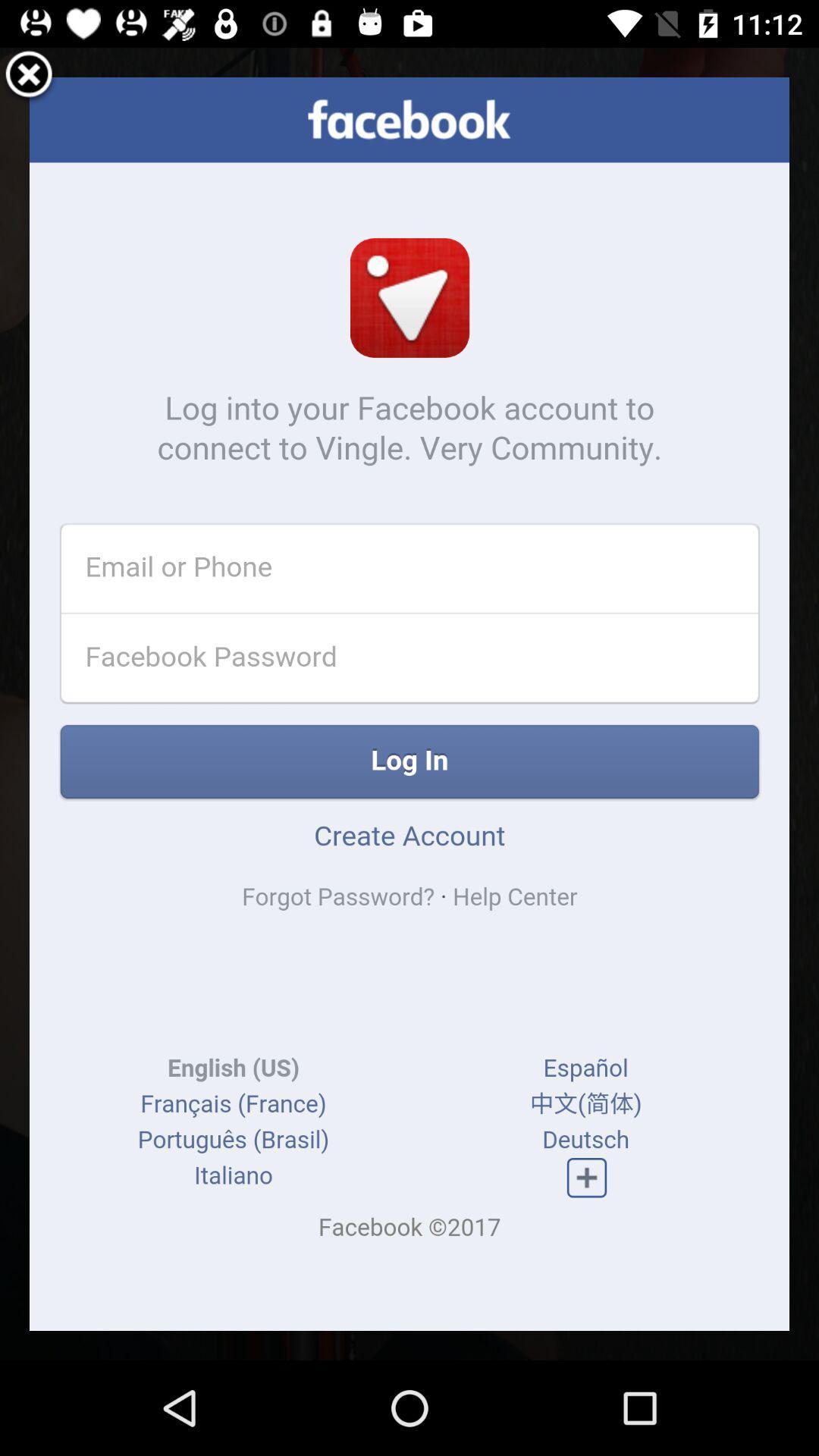  What do you see at coordinates (29, 79) in the screenshot?
I see `the close icon` at bounding box center [29, 79].